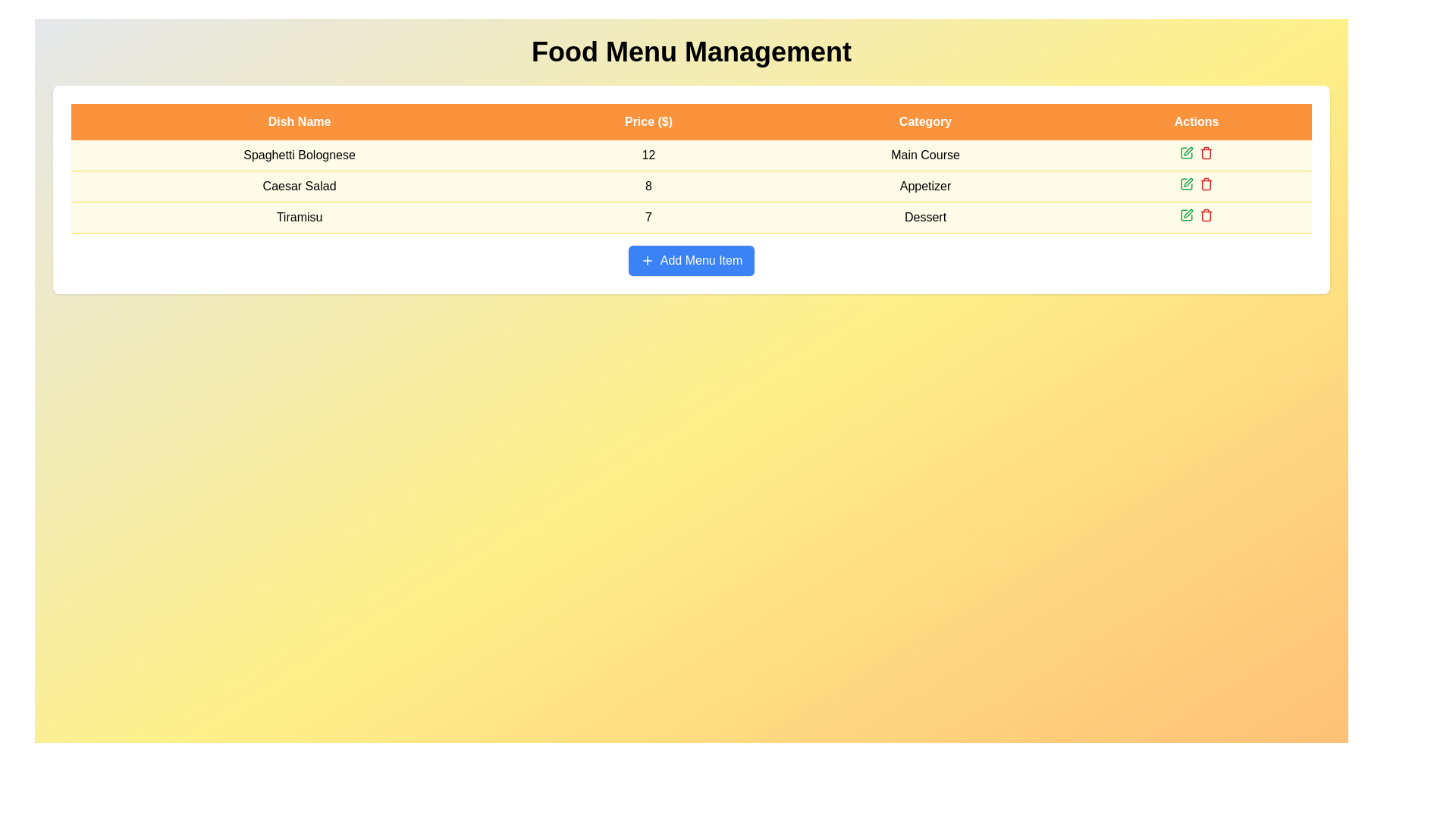 This screenshot has width=1456, height=819. I want to click on the delete button in the Actions column of the table for the Tiramisu dish, so click(1206, 215).